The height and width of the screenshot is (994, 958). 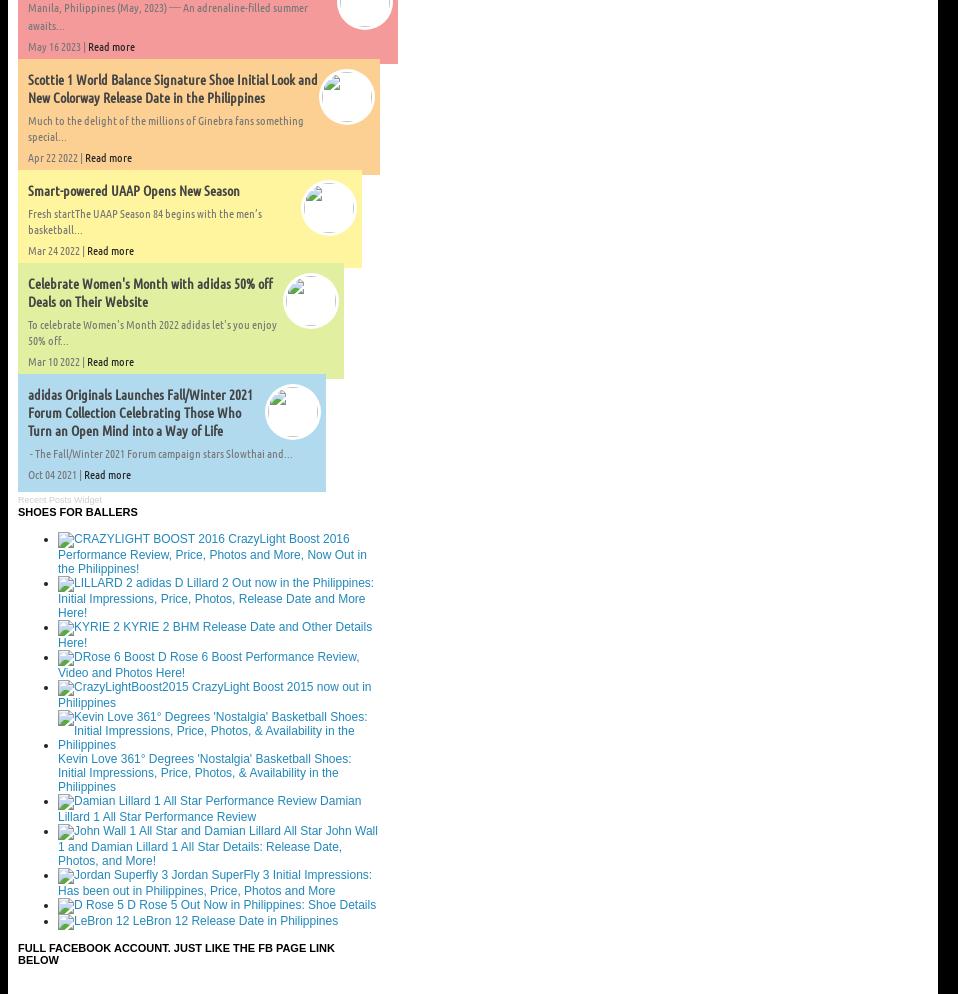 I want to click on 'Much to the delight of the millions of Ginebra fans something special...', so click(x=26, y=127).